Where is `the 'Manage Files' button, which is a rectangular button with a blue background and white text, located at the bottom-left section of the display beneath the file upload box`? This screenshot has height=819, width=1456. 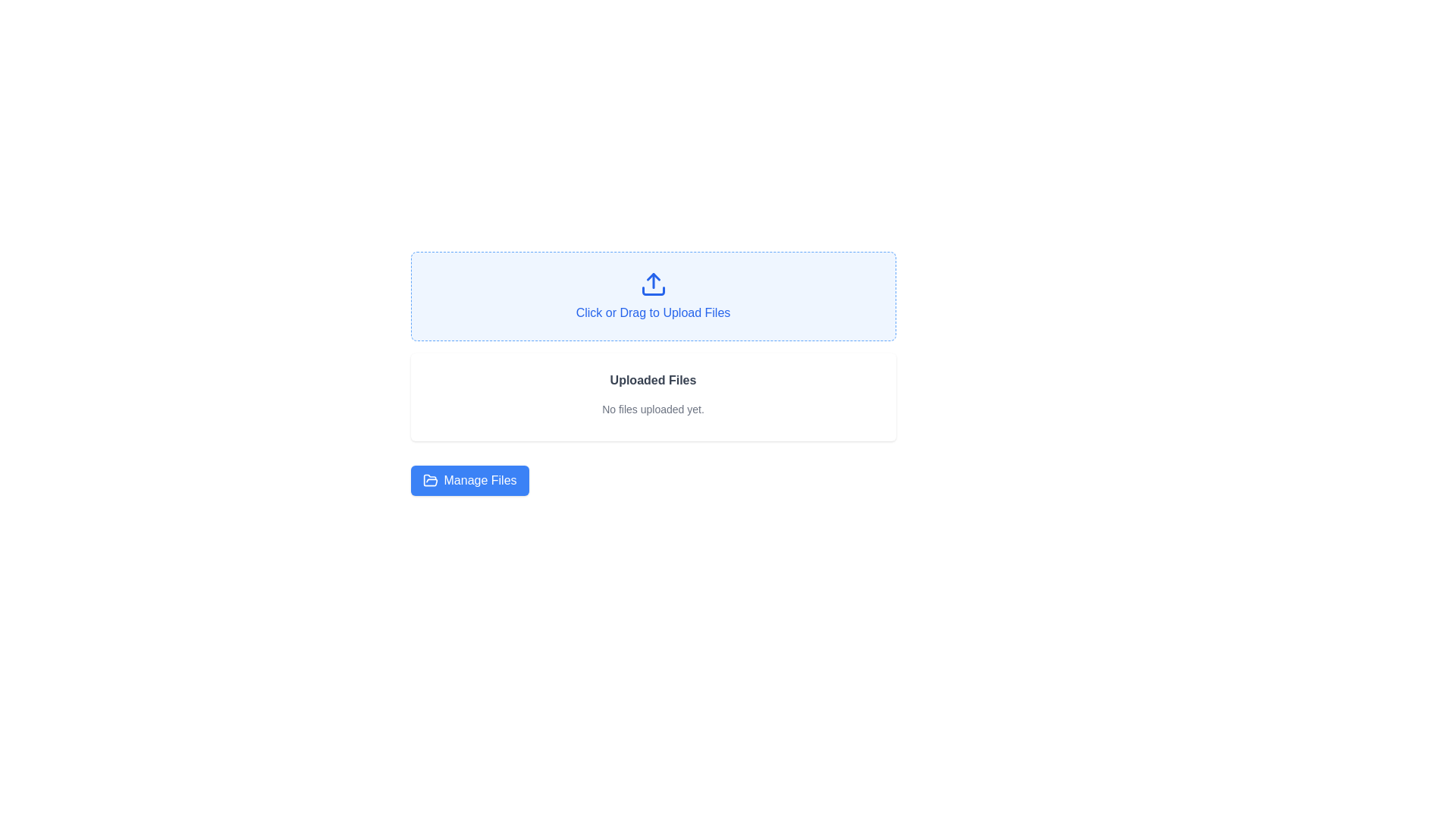
the 'Manage Files' button, which is a rectangular button with a blue background and white text, located at the bottom-left section of the display beneath the file upload box is located at coordinates (469, 480).